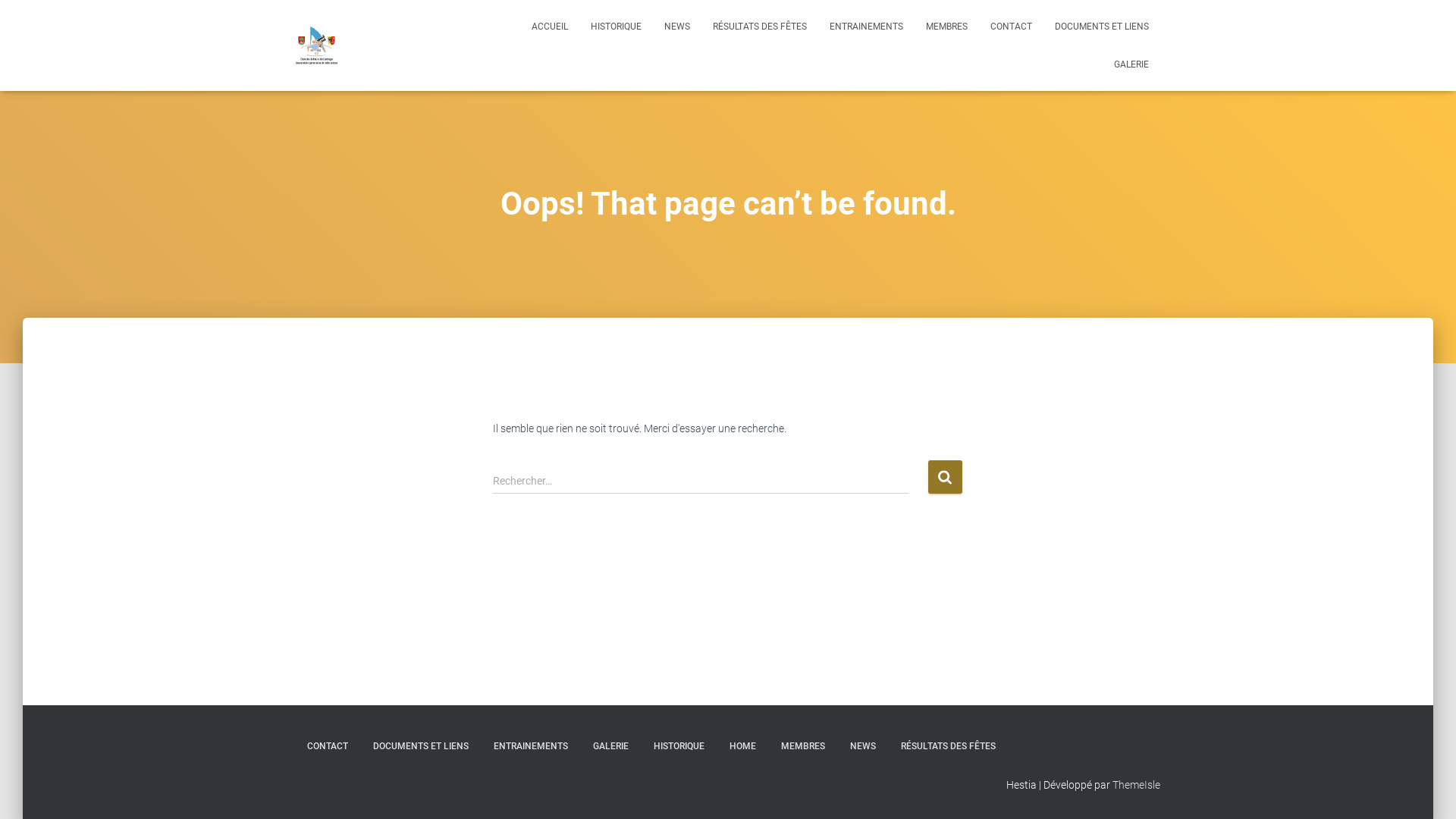 This screenshot has width=1456, height=819. Describe the element at coordinates (742, 745) in the screenshot. I see `'HOME'` at that location.